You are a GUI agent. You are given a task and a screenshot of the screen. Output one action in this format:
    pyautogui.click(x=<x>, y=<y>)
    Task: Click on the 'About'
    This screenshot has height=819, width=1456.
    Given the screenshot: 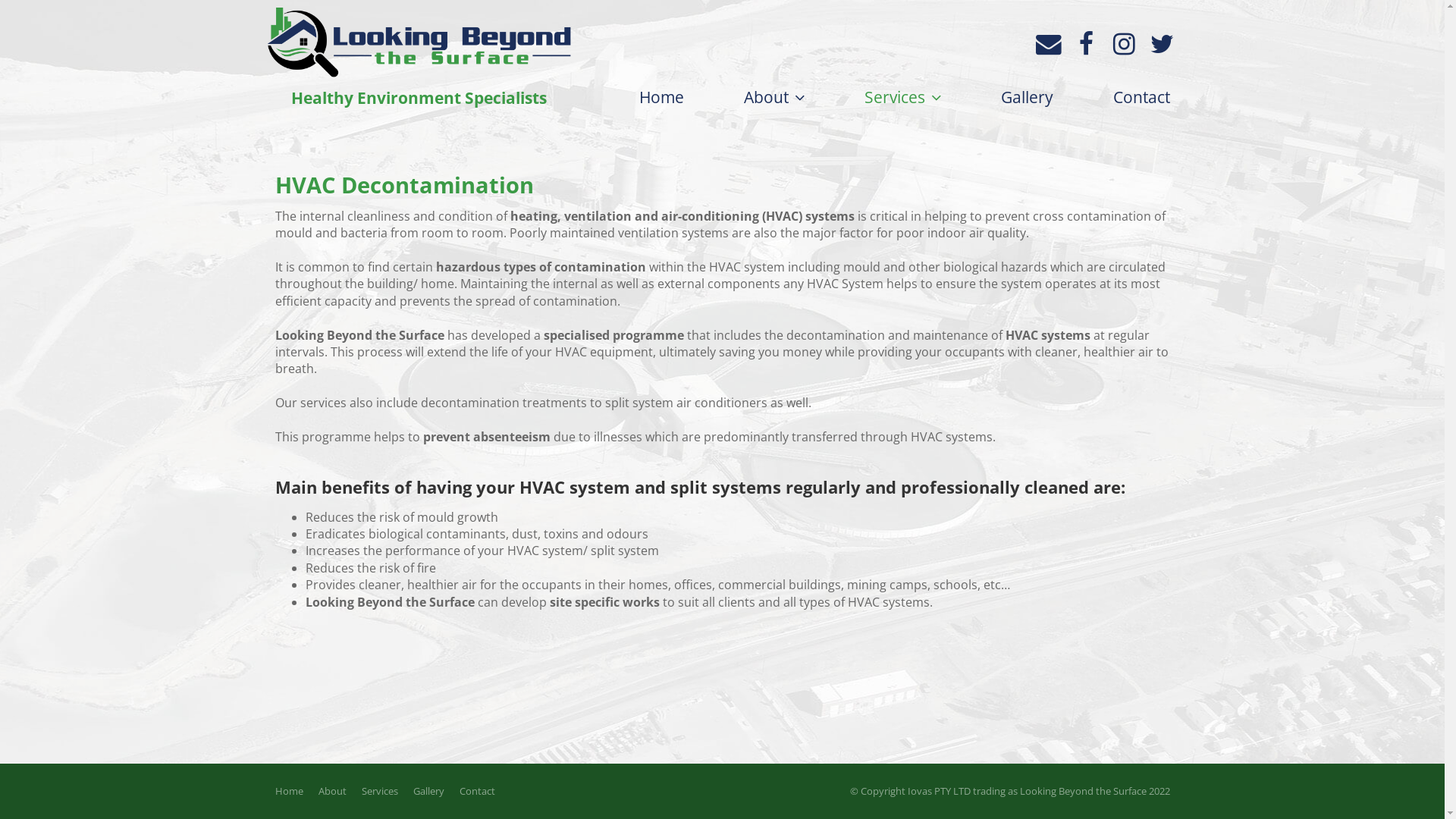 What is the action you would take?
    pyautogui.click(x=331, y=789)
    